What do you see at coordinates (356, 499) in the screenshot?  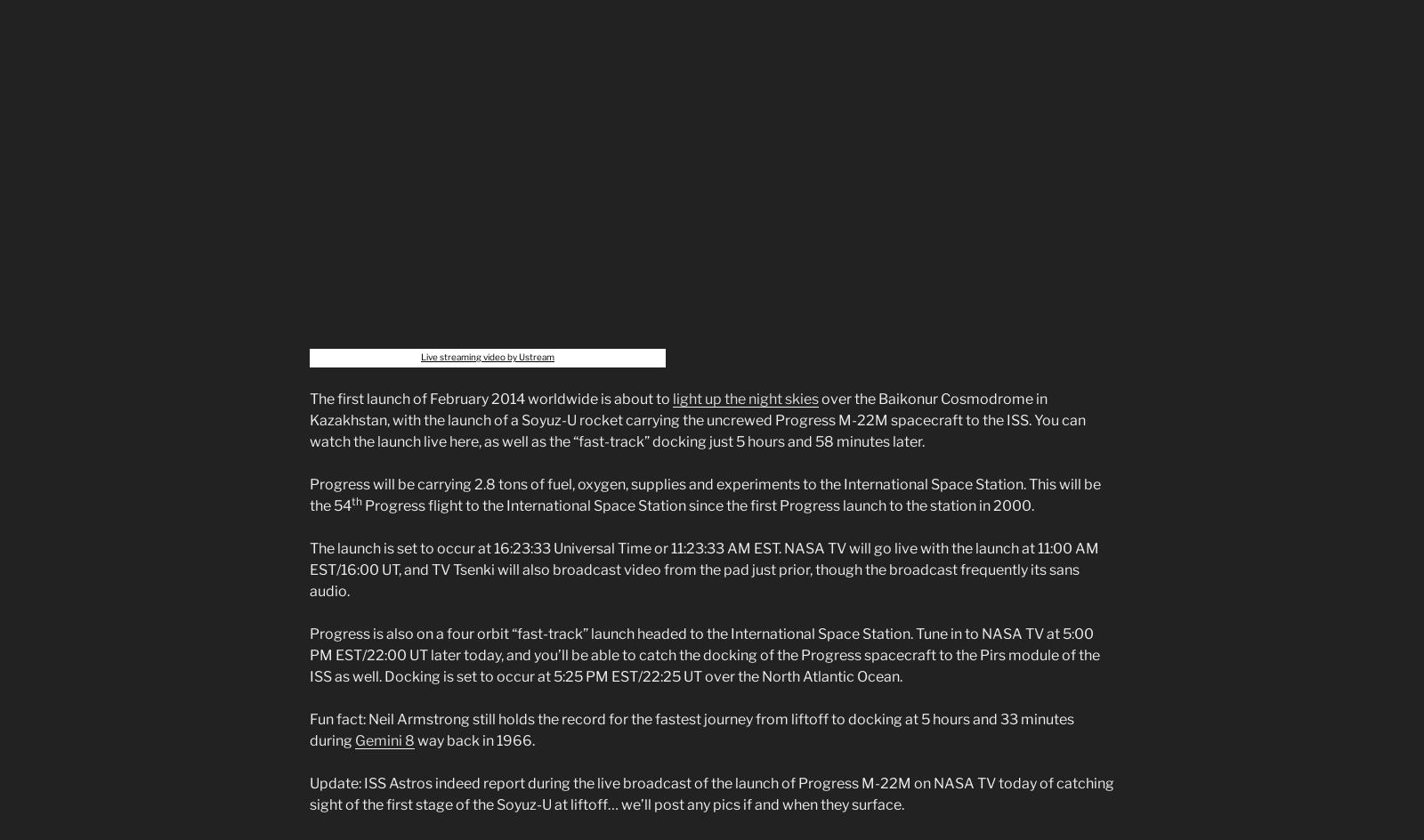 I see `'th'` at bounding box center [356, 499].